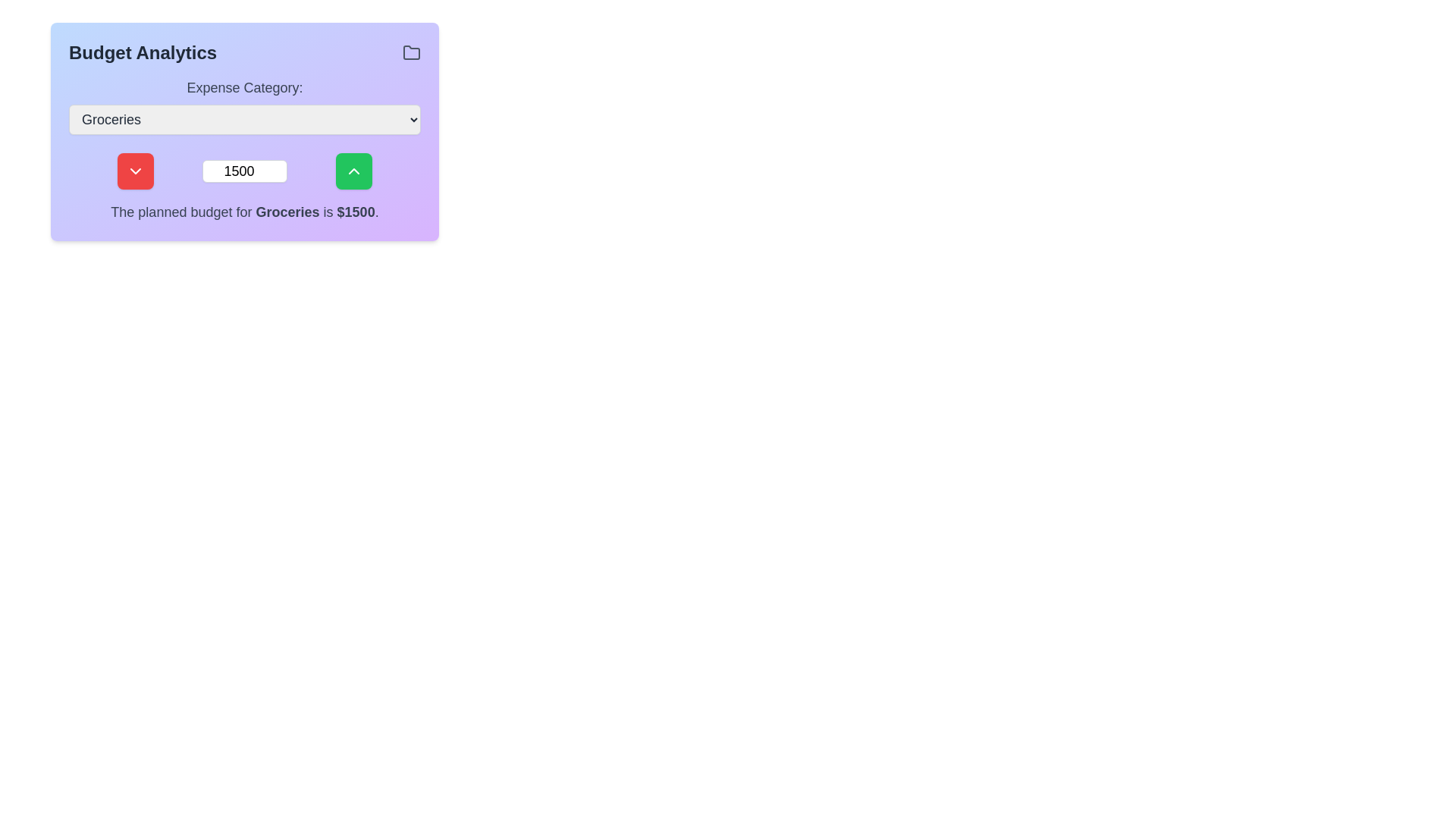  What do you see at coordinates (244, 52) in the screenshot?
I see `the folder icon on the header bar of the 'Budget Analytics' section for context` at bounding box center [244, 52].